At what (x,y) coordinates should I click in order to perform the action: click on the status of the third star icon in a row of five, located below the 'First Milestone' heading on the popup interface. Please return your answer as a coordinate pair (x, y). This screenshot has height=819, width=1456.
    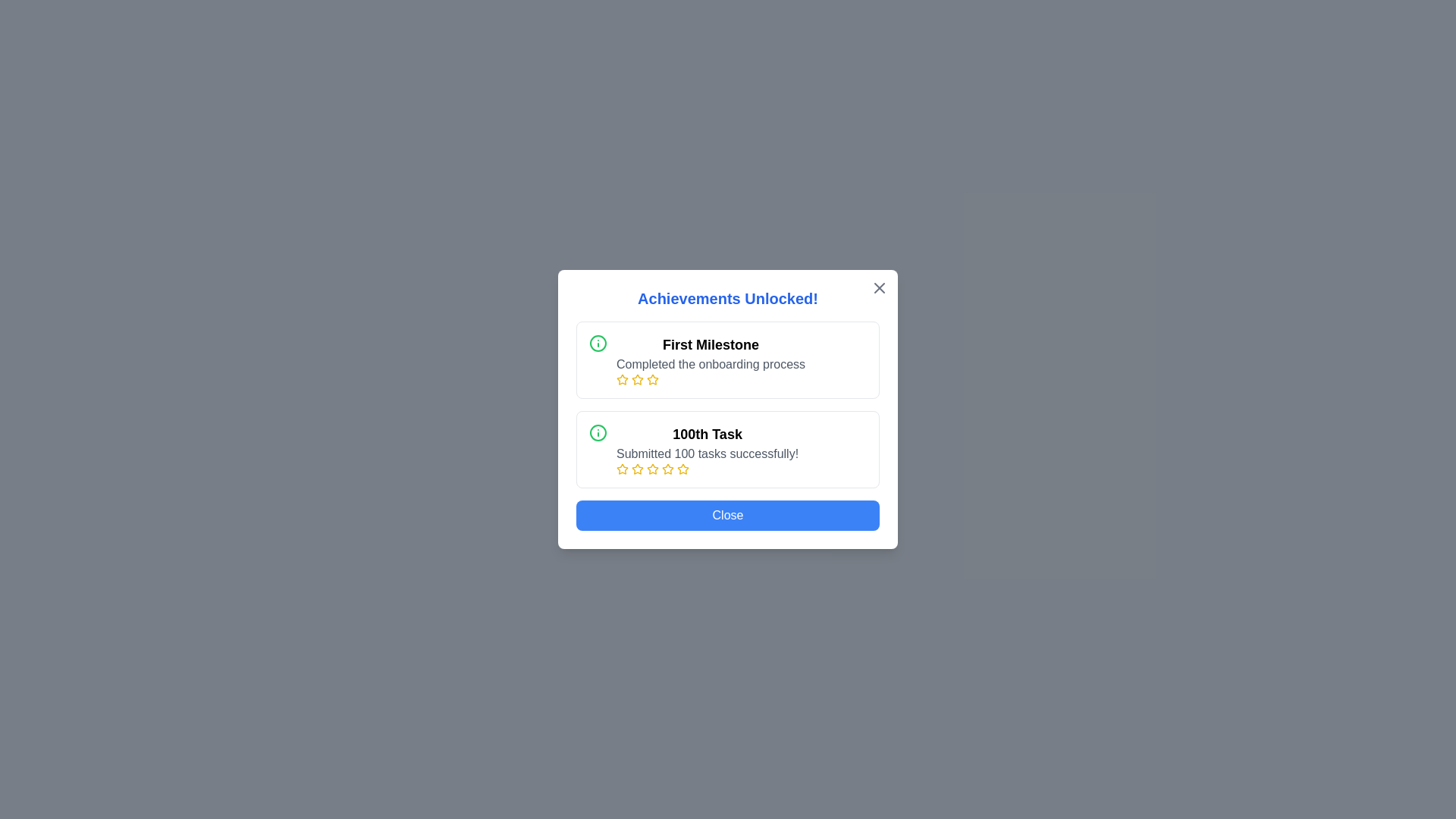
    Looking at the image, I should click on (637, 379).